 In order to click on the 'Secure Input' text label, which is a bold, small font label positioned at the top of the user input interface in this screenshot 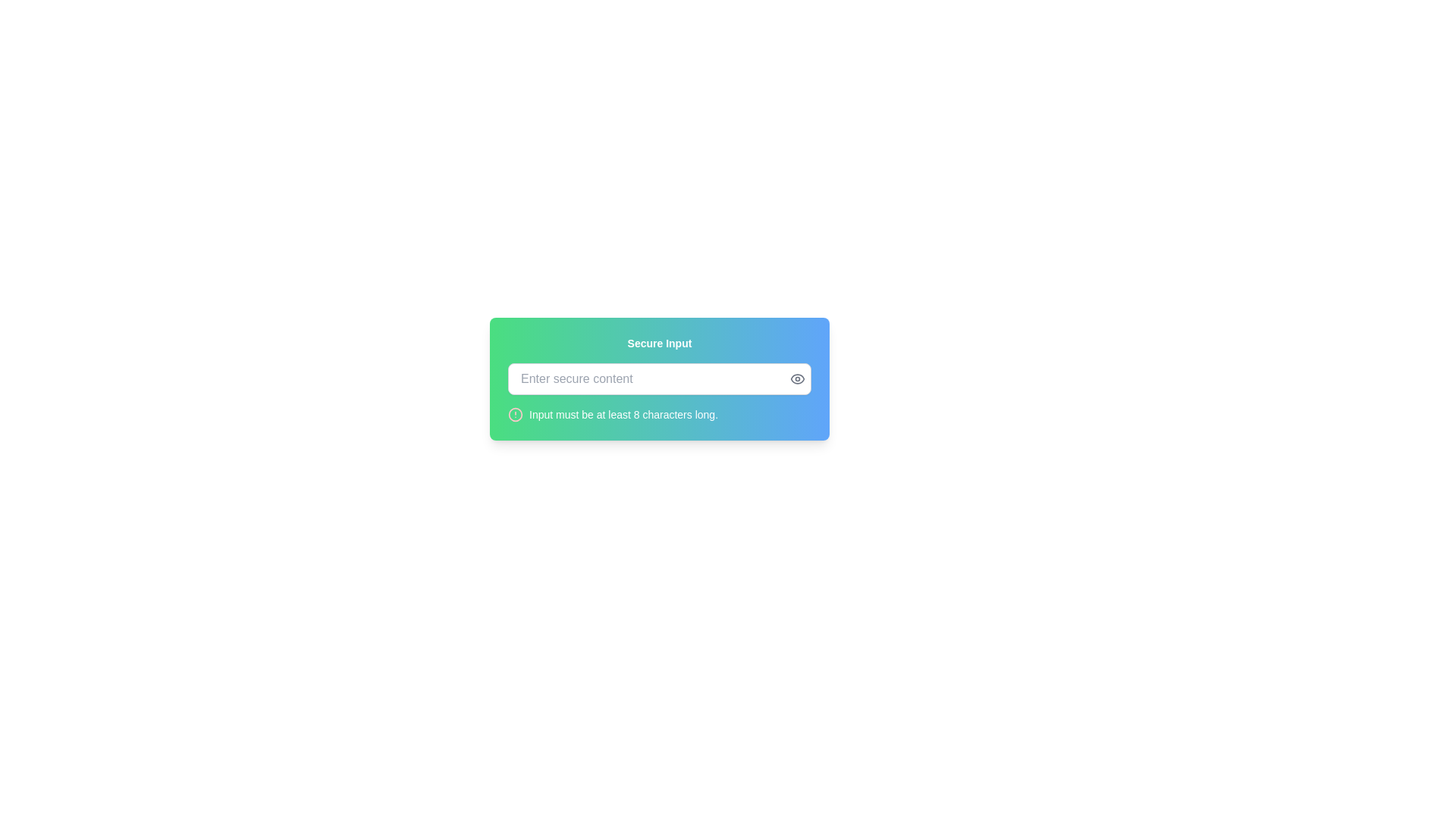, I will do `click(659, 343)`.